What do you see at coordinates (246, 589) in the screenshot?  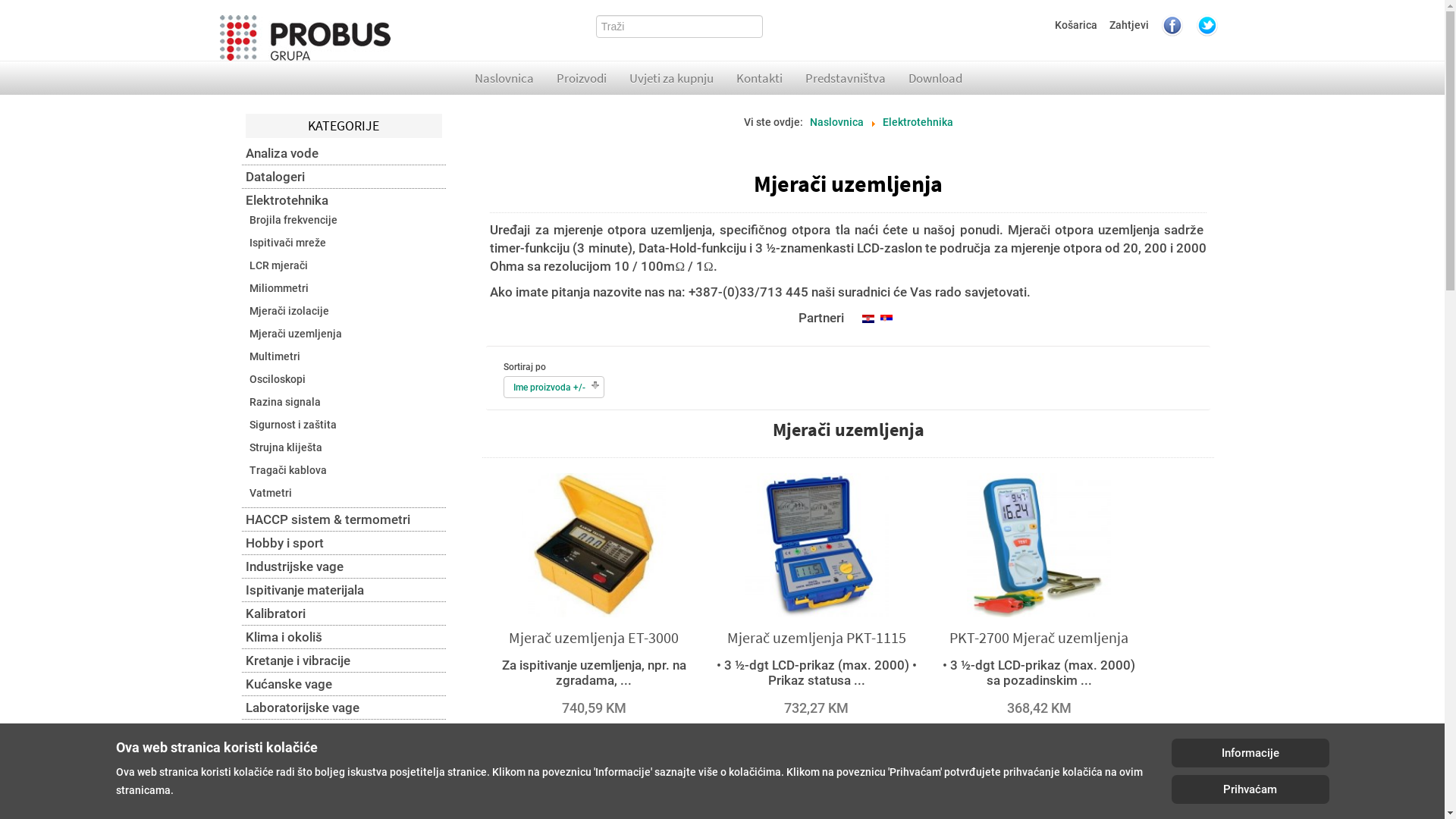 I see `'Ispitivanje materijala'` at bounding box center [246, 589].